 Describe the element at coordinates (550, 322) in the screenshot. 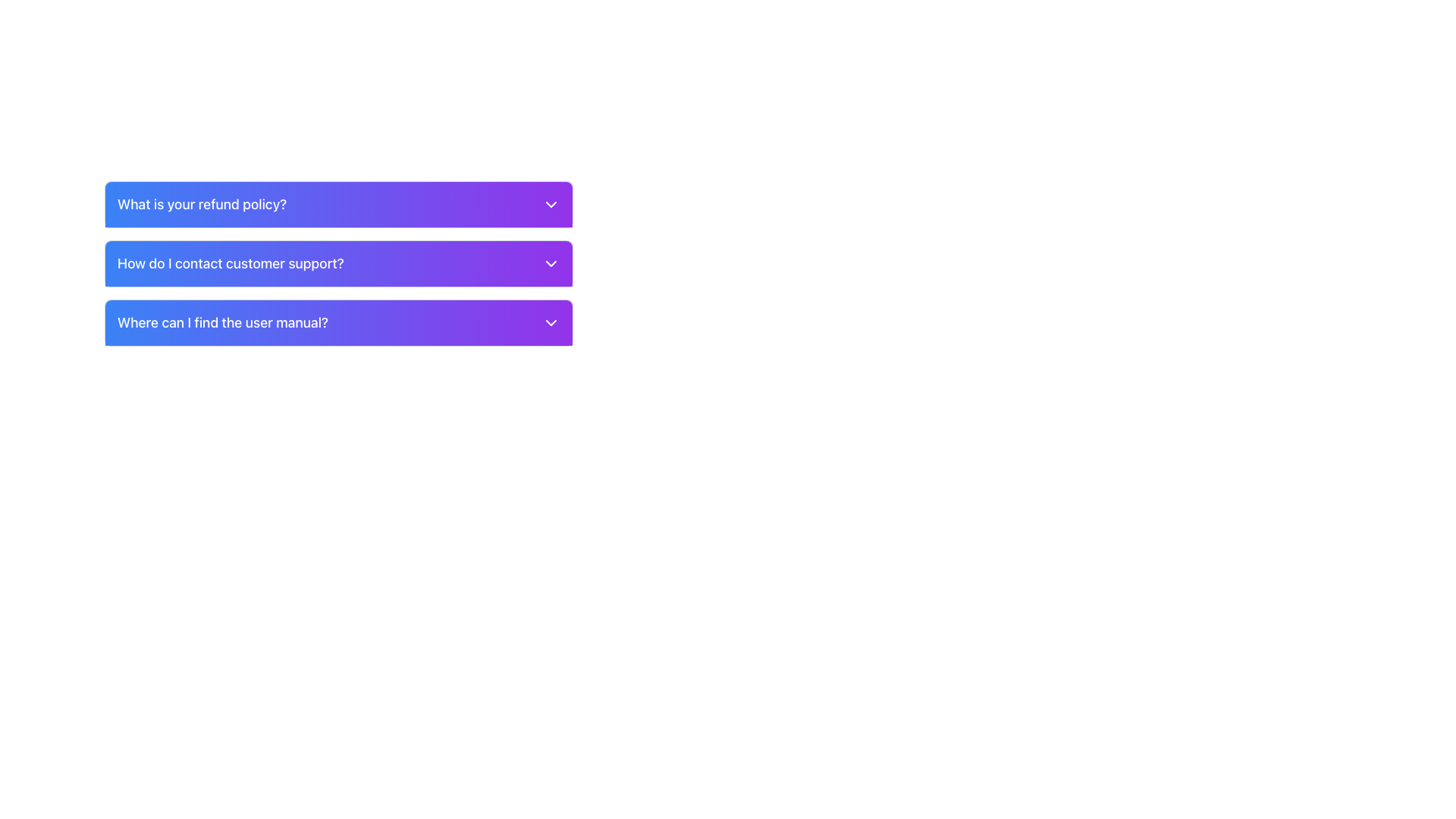

I see `the downward-pointing chevron icon, which is styled in white on a purple gradient background and located at the far right of the text area asking 'Where can I find the user manual?'` at that location.